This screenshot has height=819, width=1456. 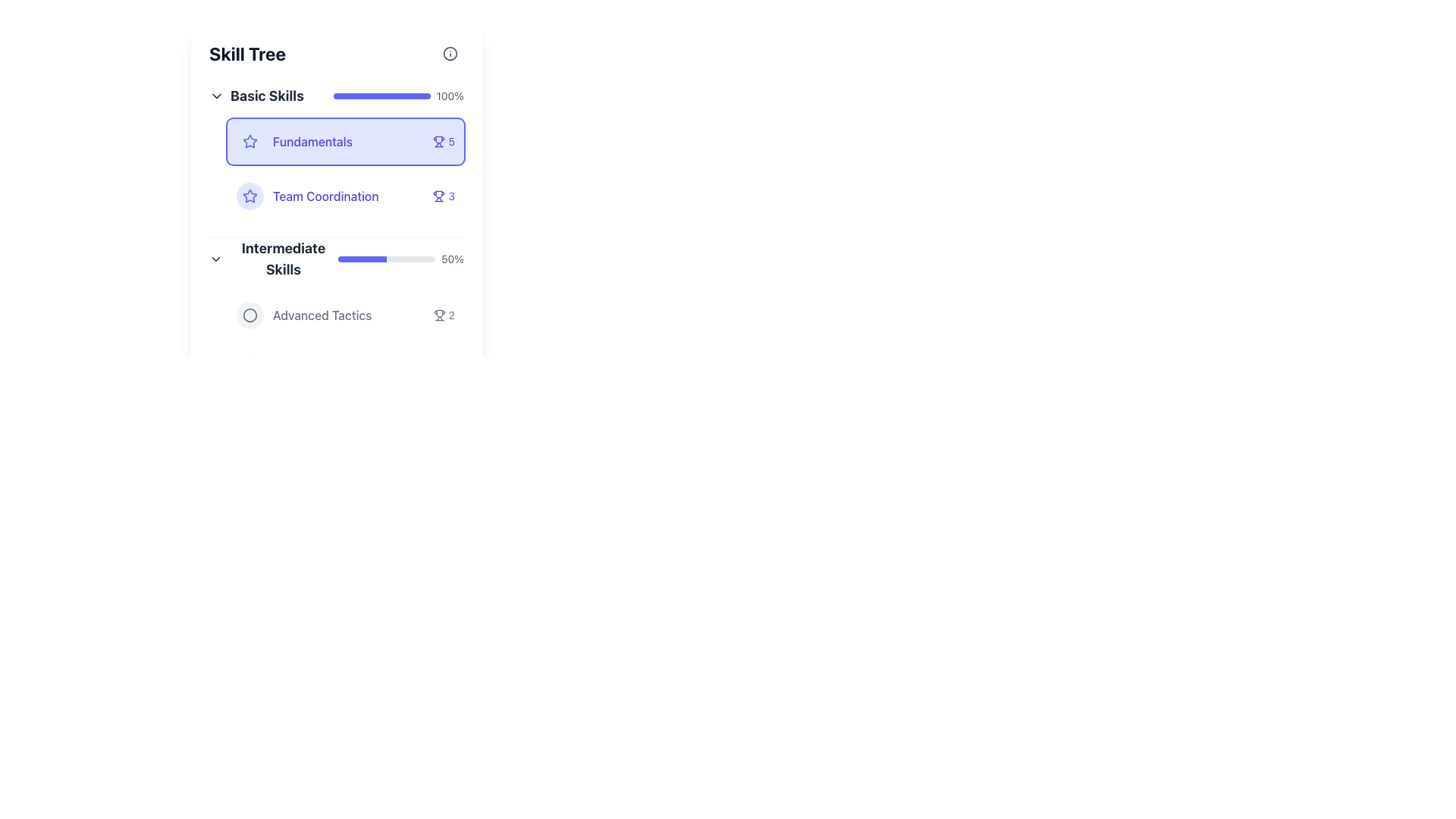 What do you see at coordinates (250, 315) in the screenshot?
I see `the circular icon with a stroke outline located in the top-right corner of the 'Skill Tree' interface, near the 'Basic Skills' section` at bounding box center [250, 315].